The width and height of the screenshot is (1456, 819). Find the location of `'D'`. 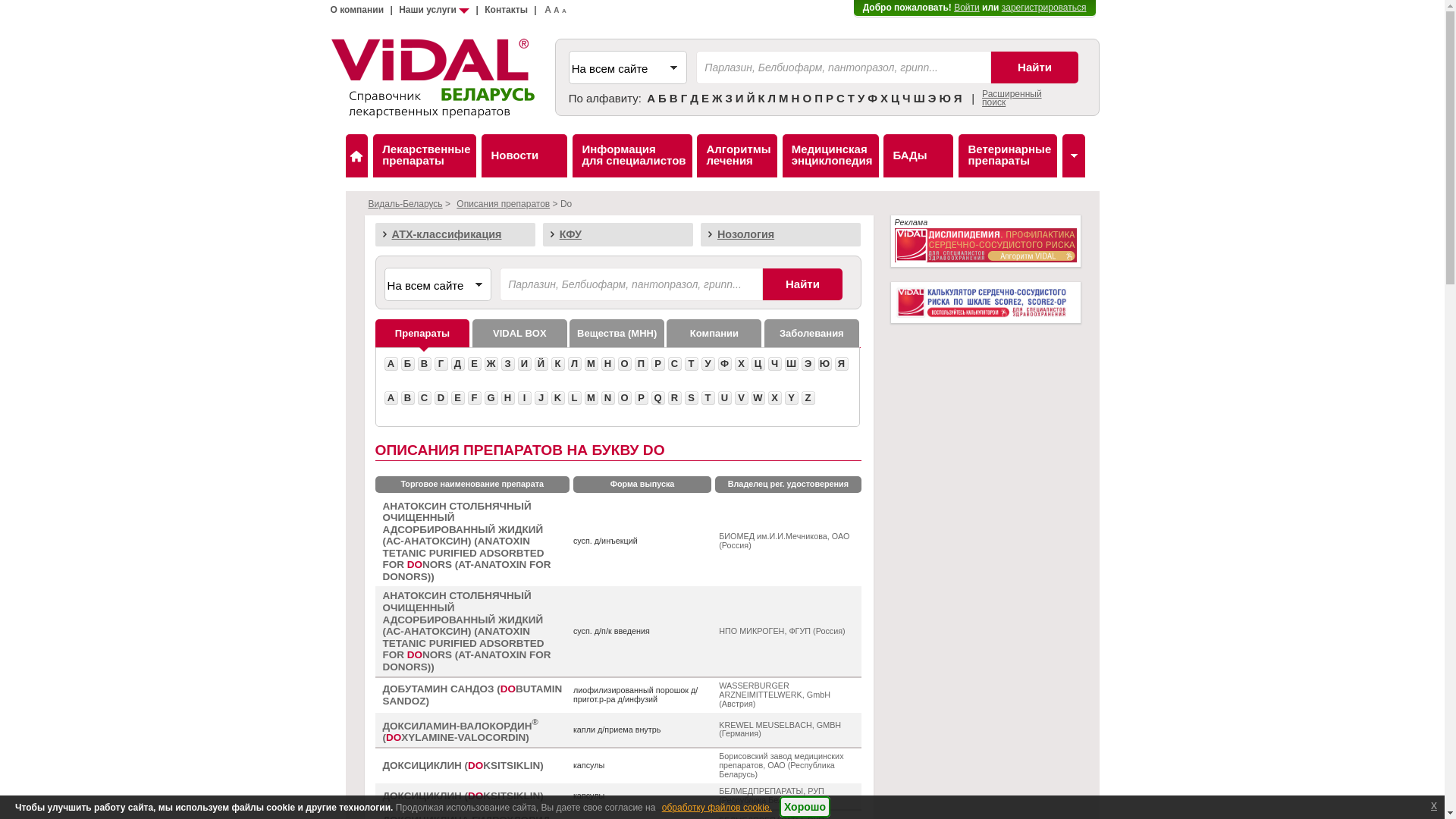

'D' is located at coordinates (432, 397).